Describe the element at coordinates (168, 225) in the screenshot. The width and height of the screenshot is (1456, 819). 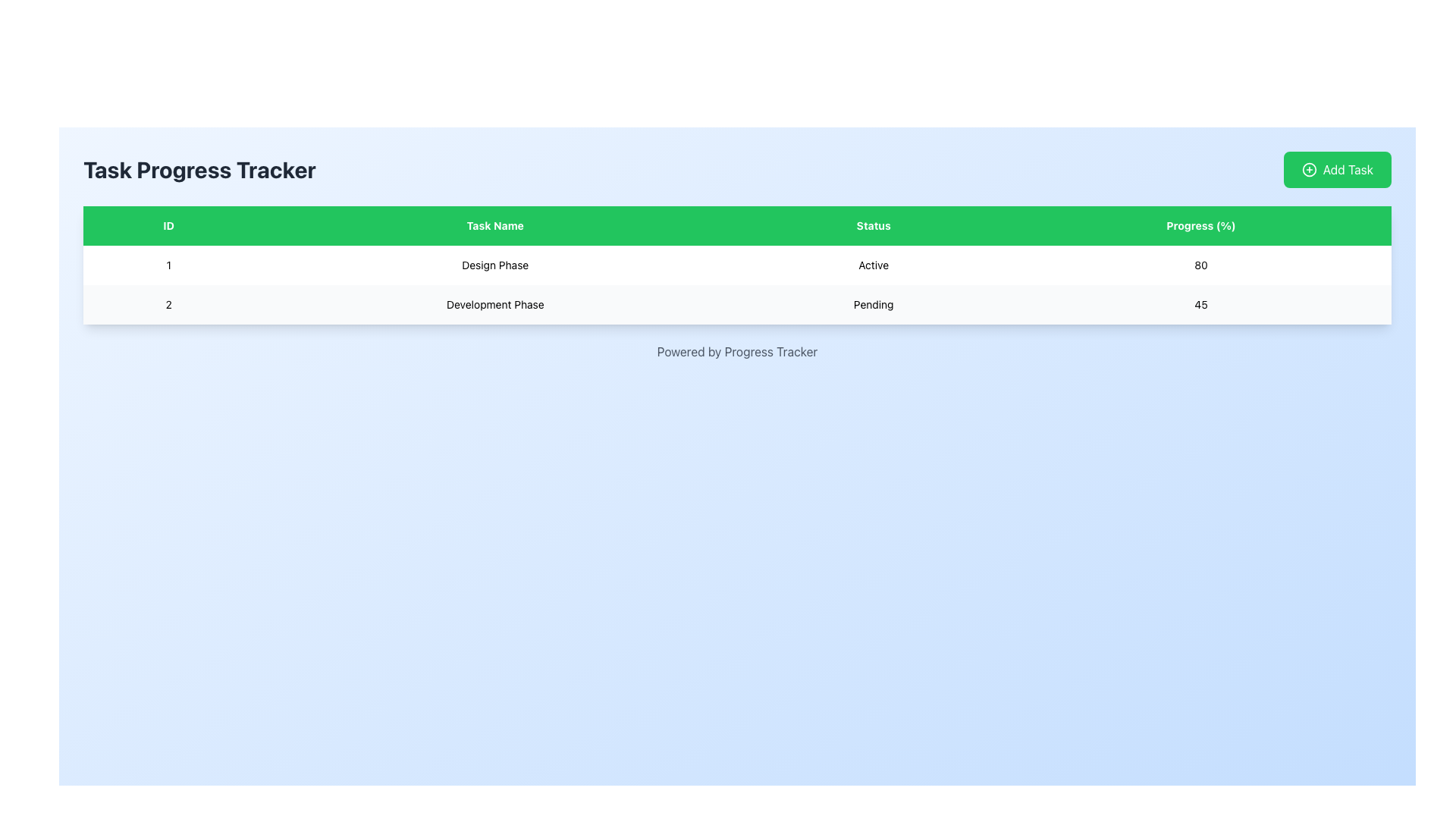
I see `the green rectangular section at the top-left of the table header containing the centered text 'ID'` at that location.